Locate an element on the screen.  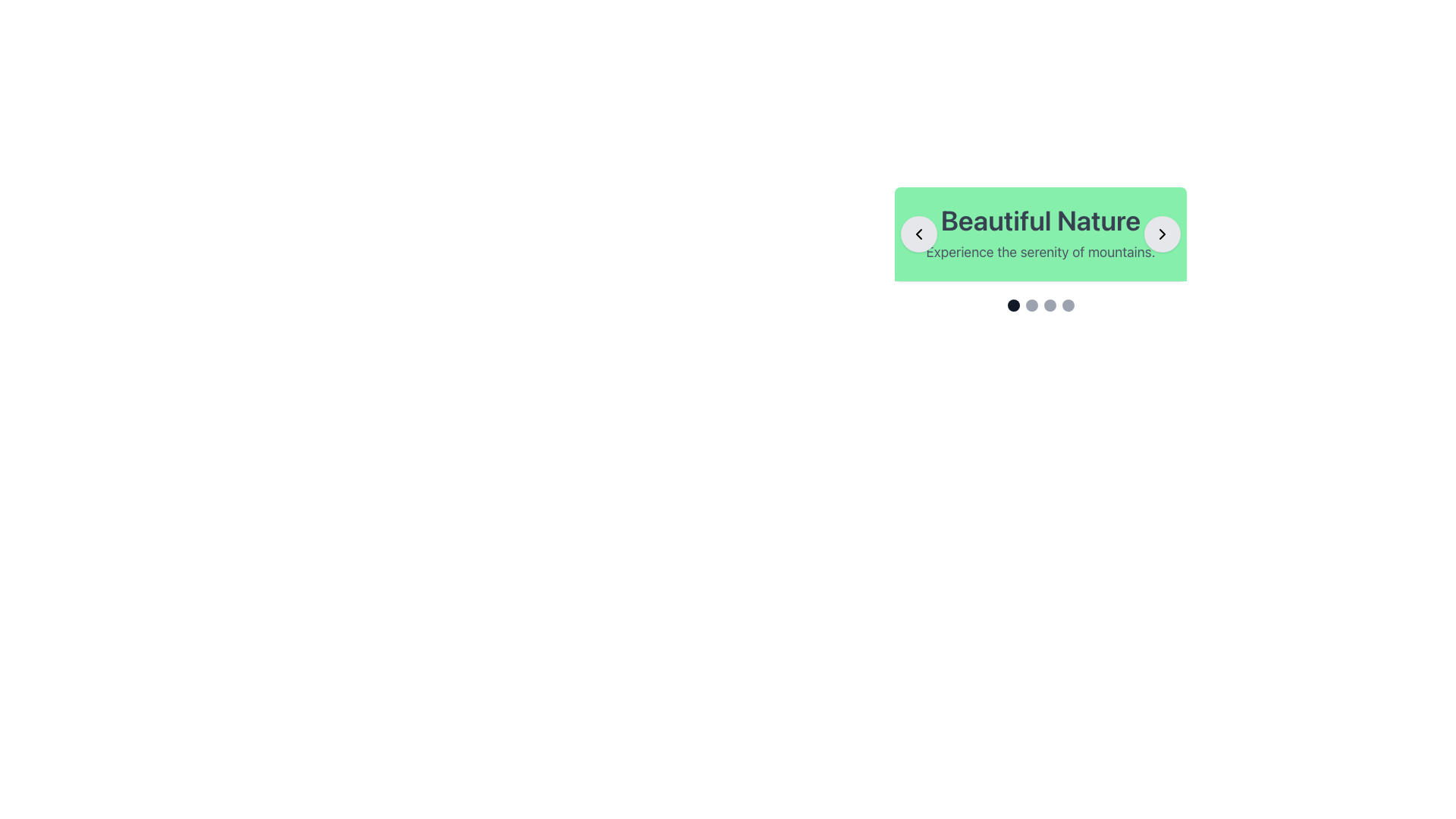
the label displaying the text 'Experience the serenity of mountains.', which is positioned below 'Beautiful Nature' within a green background box is located at coordinates (1040, 251).